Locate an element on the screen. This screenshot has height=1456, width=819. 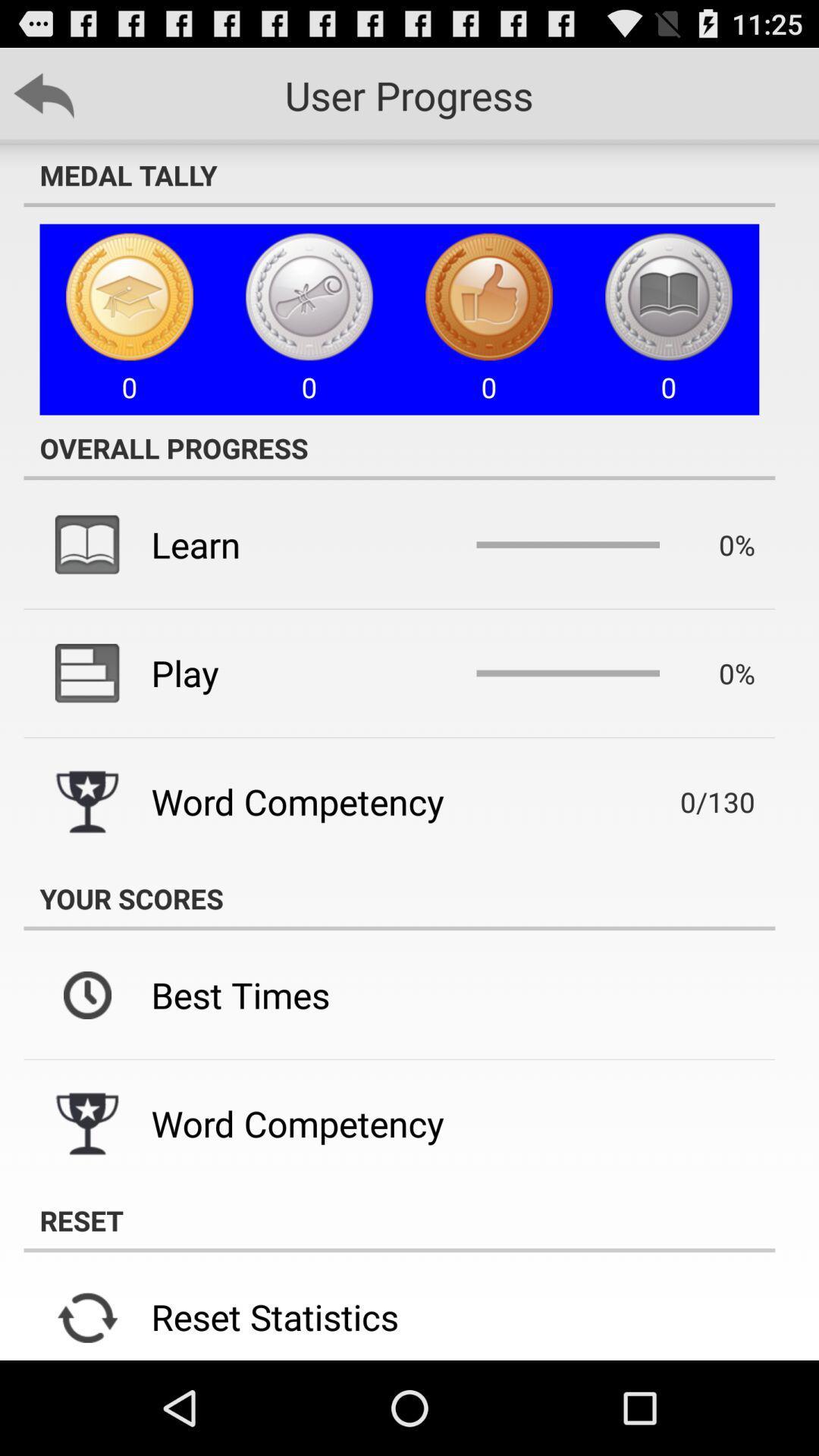
icon above play icon is located at coordinates (195, 544).